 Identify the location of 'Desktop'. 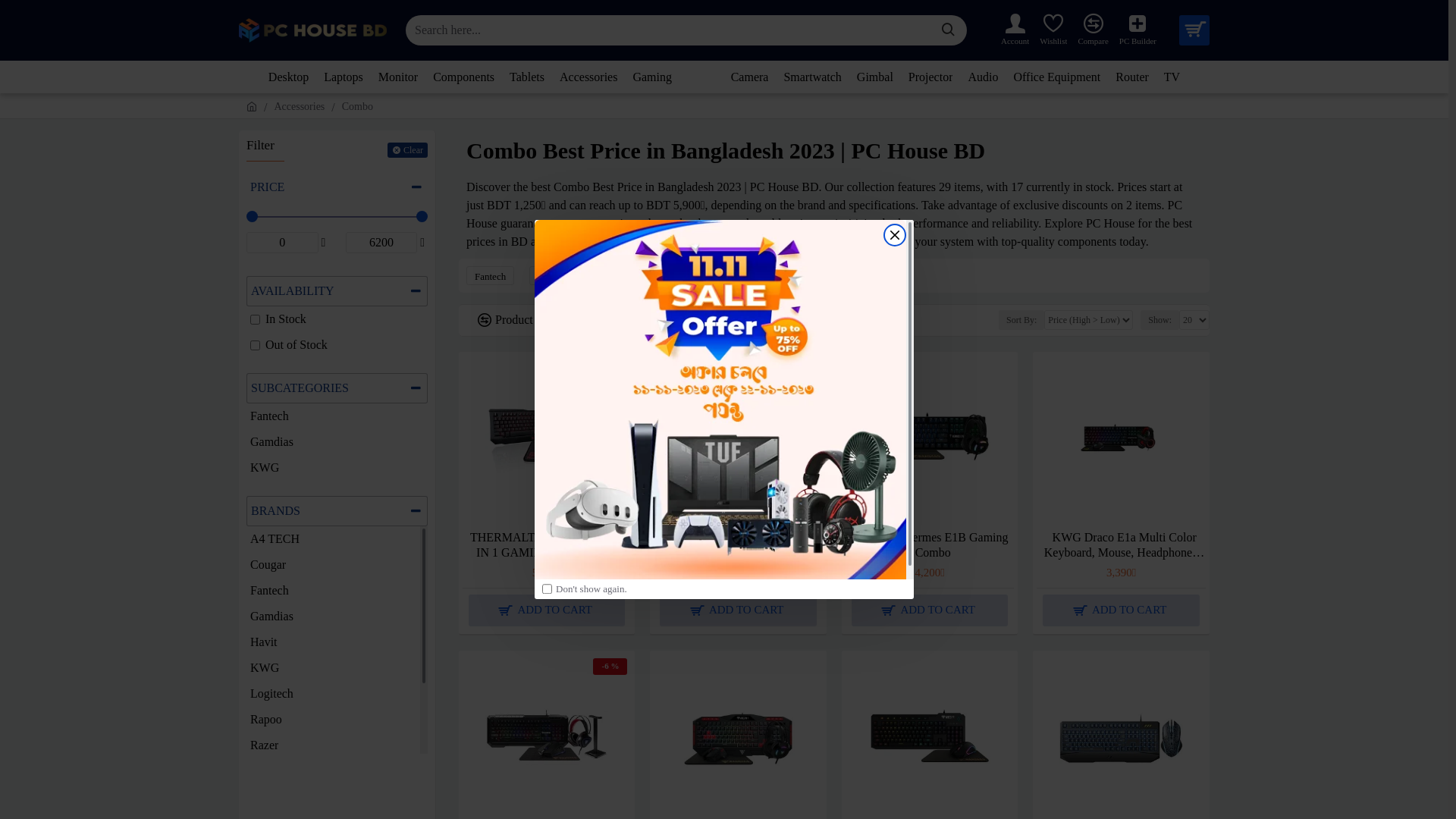
(288, 77).